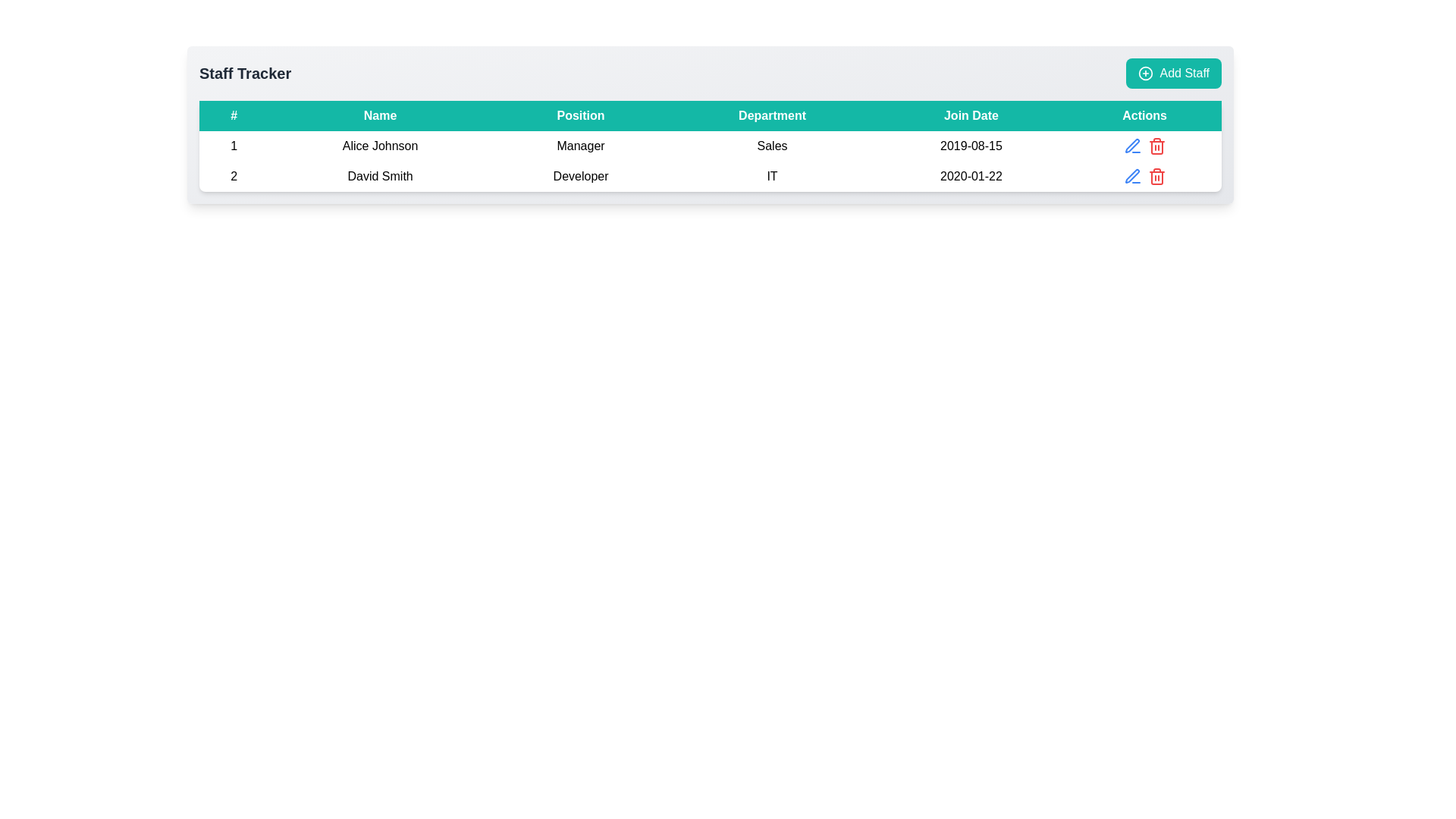 This screenshot has height=819, width=1456. Describe the element at coordinates (1132, 175) in the screenshot. I see `the edit icon button located in the Actions column of the second row of the table` at that location.